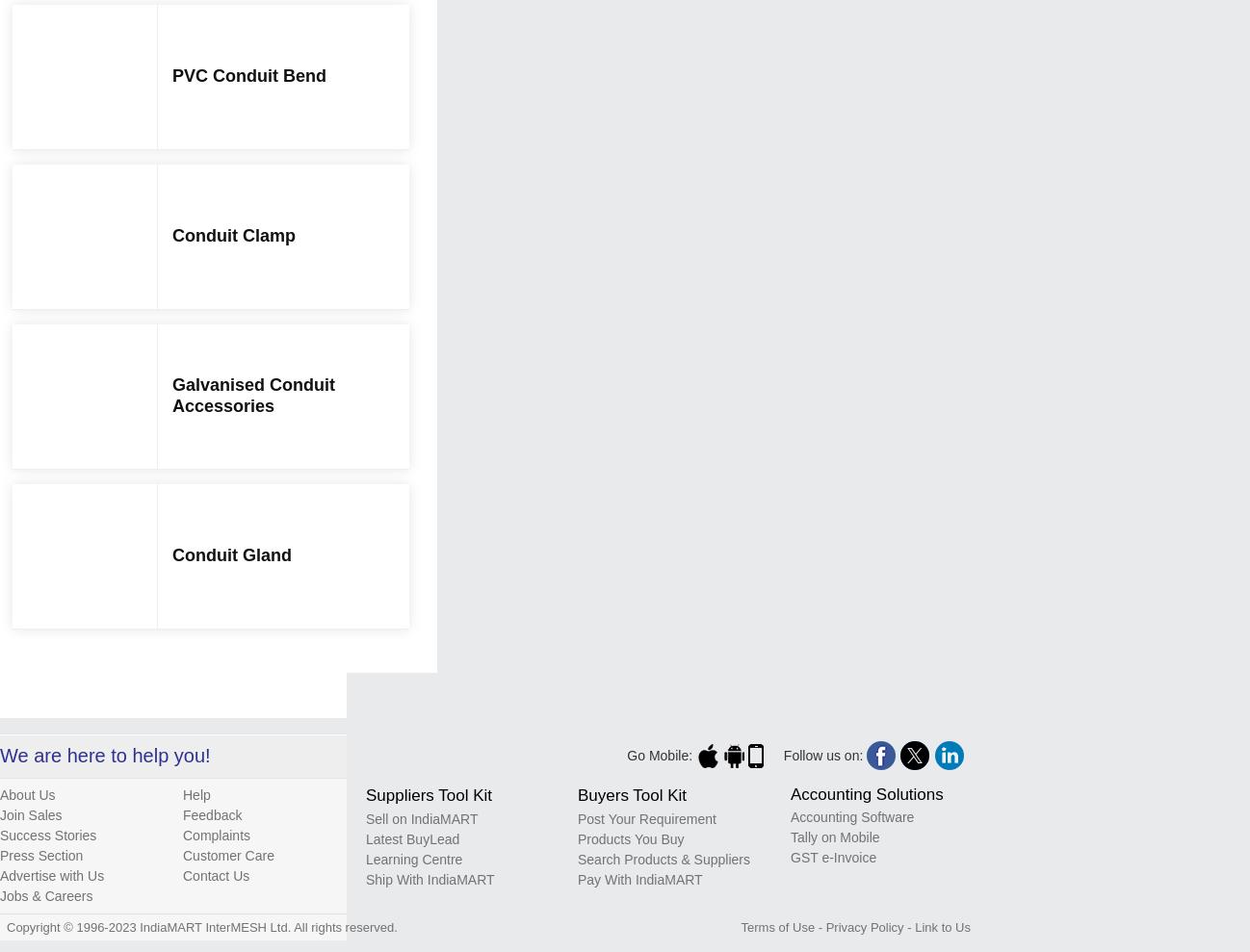  Describe the element at coordinates (6, 926) in the screenshot. I see `'Copyright ©
                1996-2023 IndiaMART InterMESH Ltd. All rights reserved.'` at that location.